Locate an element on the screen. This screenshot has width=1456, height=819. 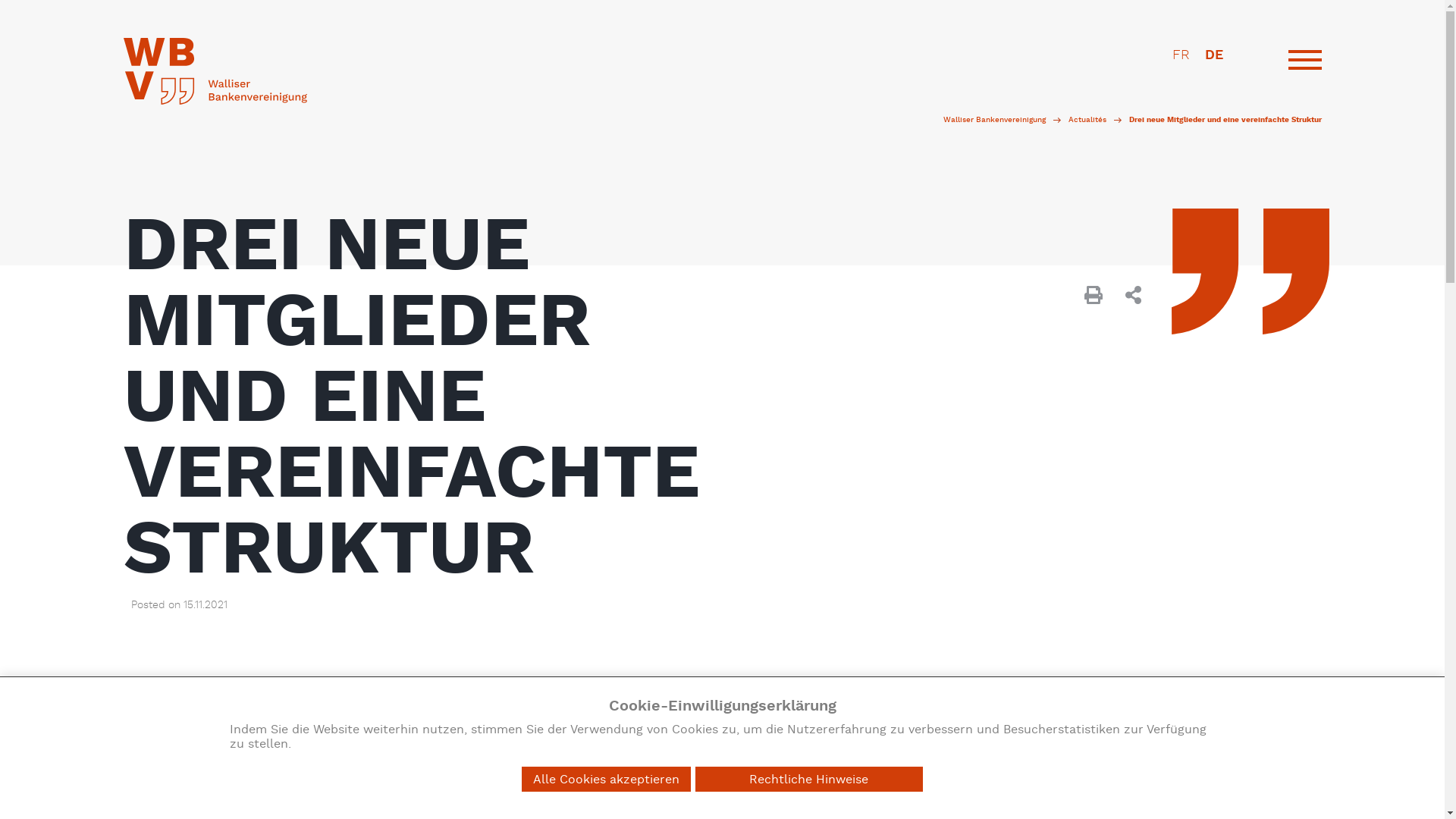
'Rechtliche Hinweise' is located at coordinates (808, 779).